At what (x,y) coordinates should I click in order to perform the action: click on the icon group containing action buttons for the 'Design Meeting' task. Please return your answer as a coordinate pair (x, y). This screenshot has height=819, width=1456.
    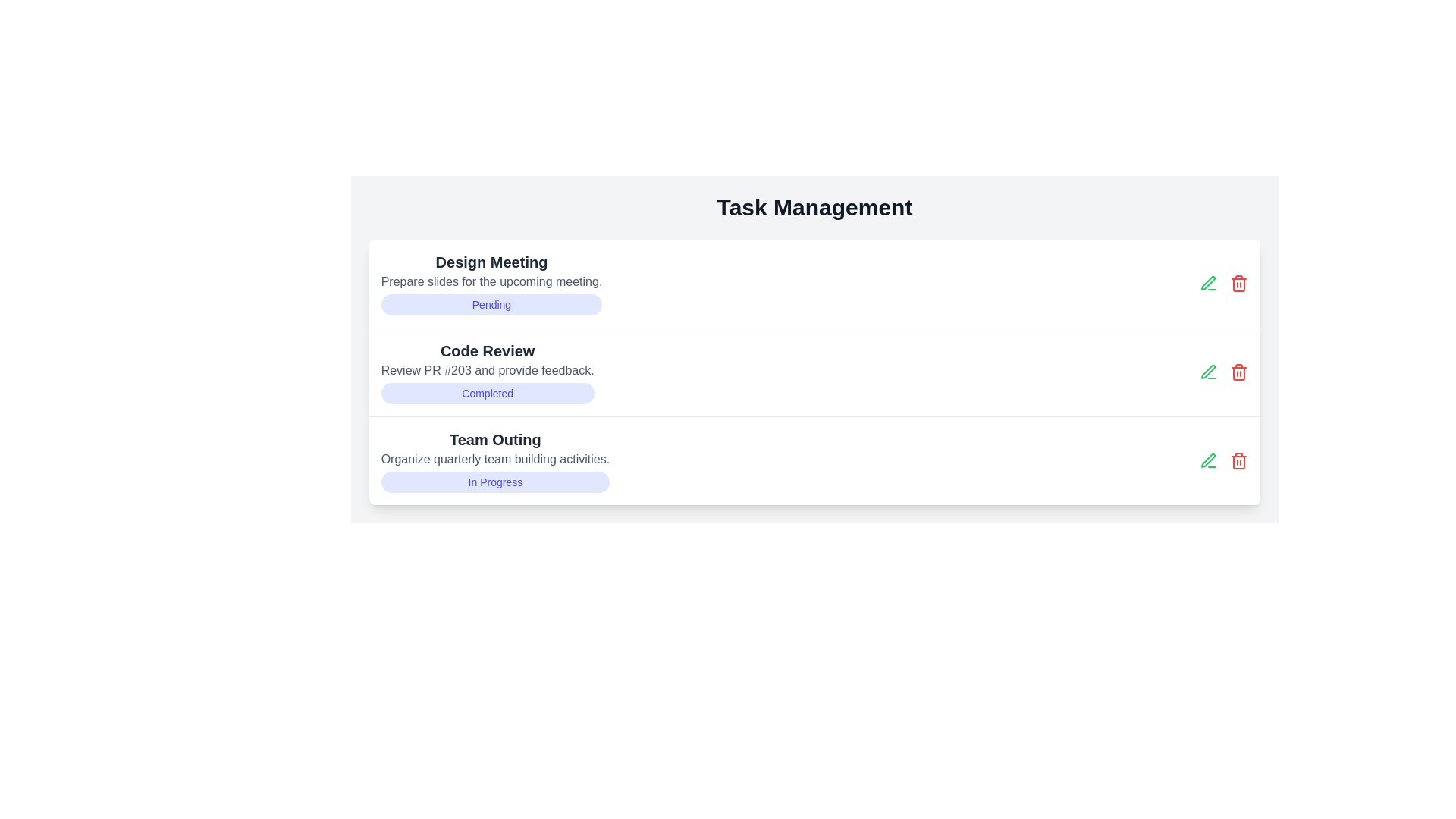
    Looking at the image, I should click on (1224, 284).